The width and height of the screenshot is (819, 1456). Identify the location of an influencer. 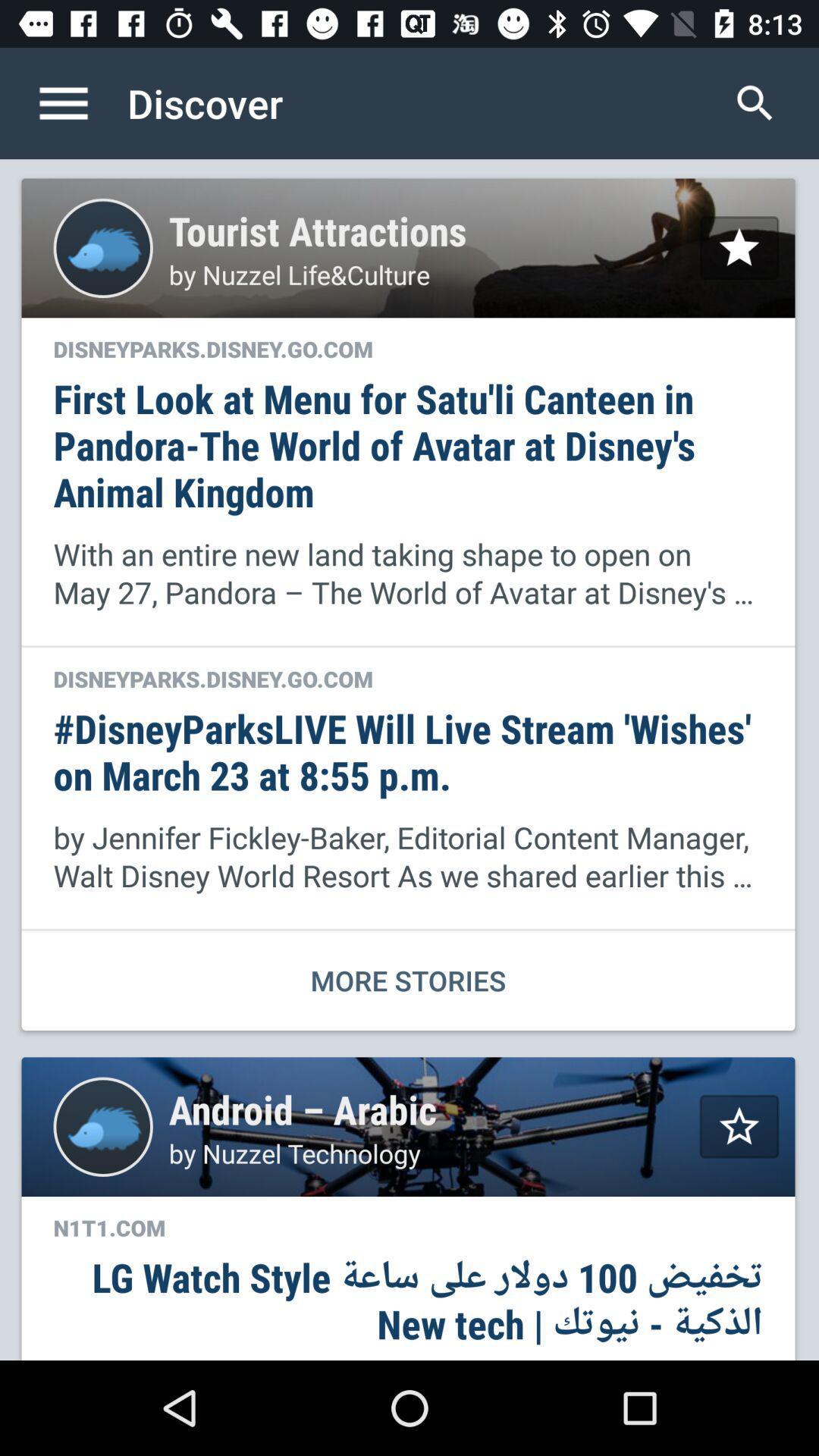
(739, 247).